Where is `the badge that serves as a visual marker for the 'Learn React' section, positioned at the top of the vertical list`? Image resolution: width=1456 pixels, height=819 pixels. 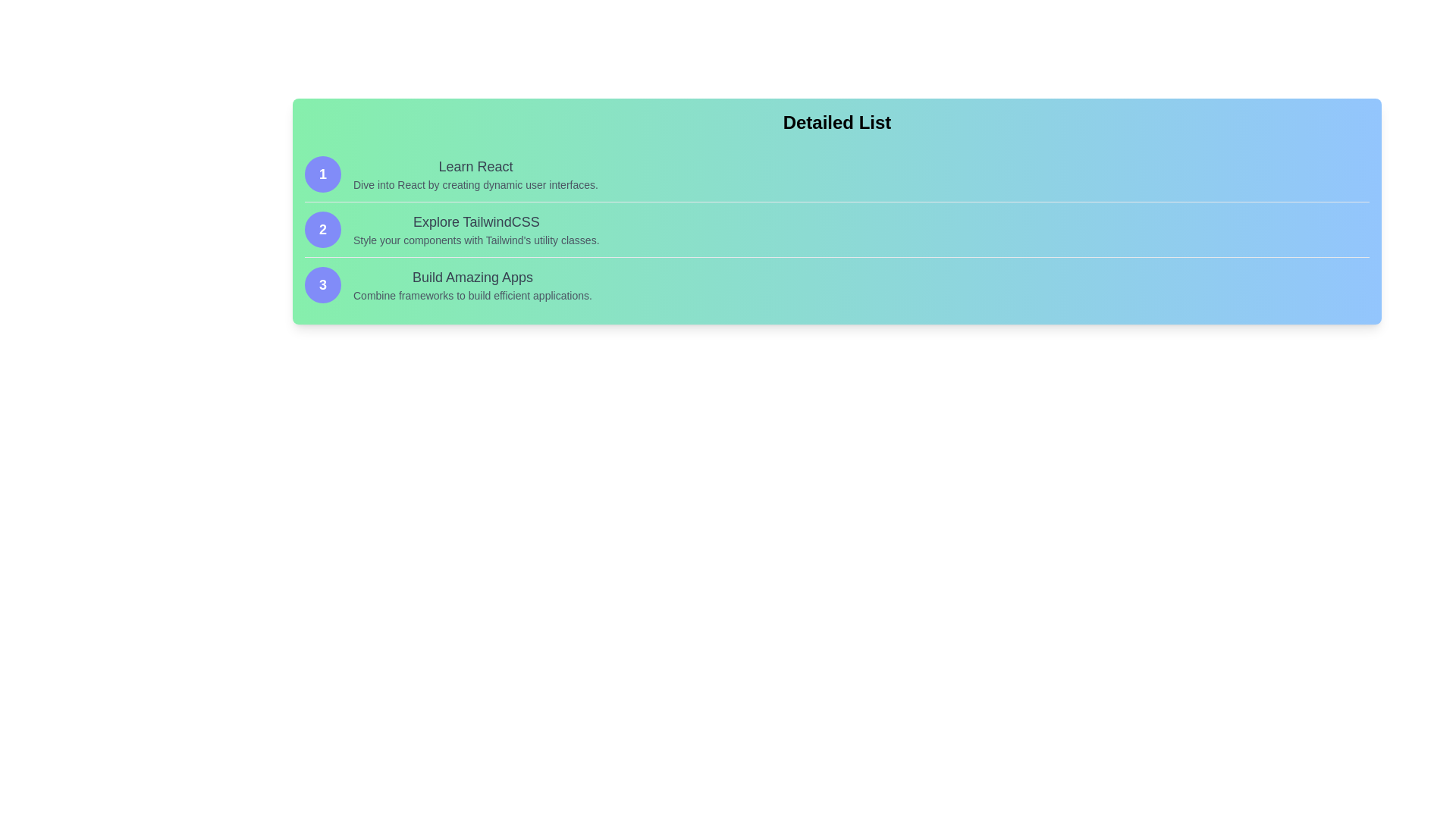 the badge that serves as a visual marker for the 'Learn React' section, positioned at the top of the vertical list is located at coordinates (322, 174).